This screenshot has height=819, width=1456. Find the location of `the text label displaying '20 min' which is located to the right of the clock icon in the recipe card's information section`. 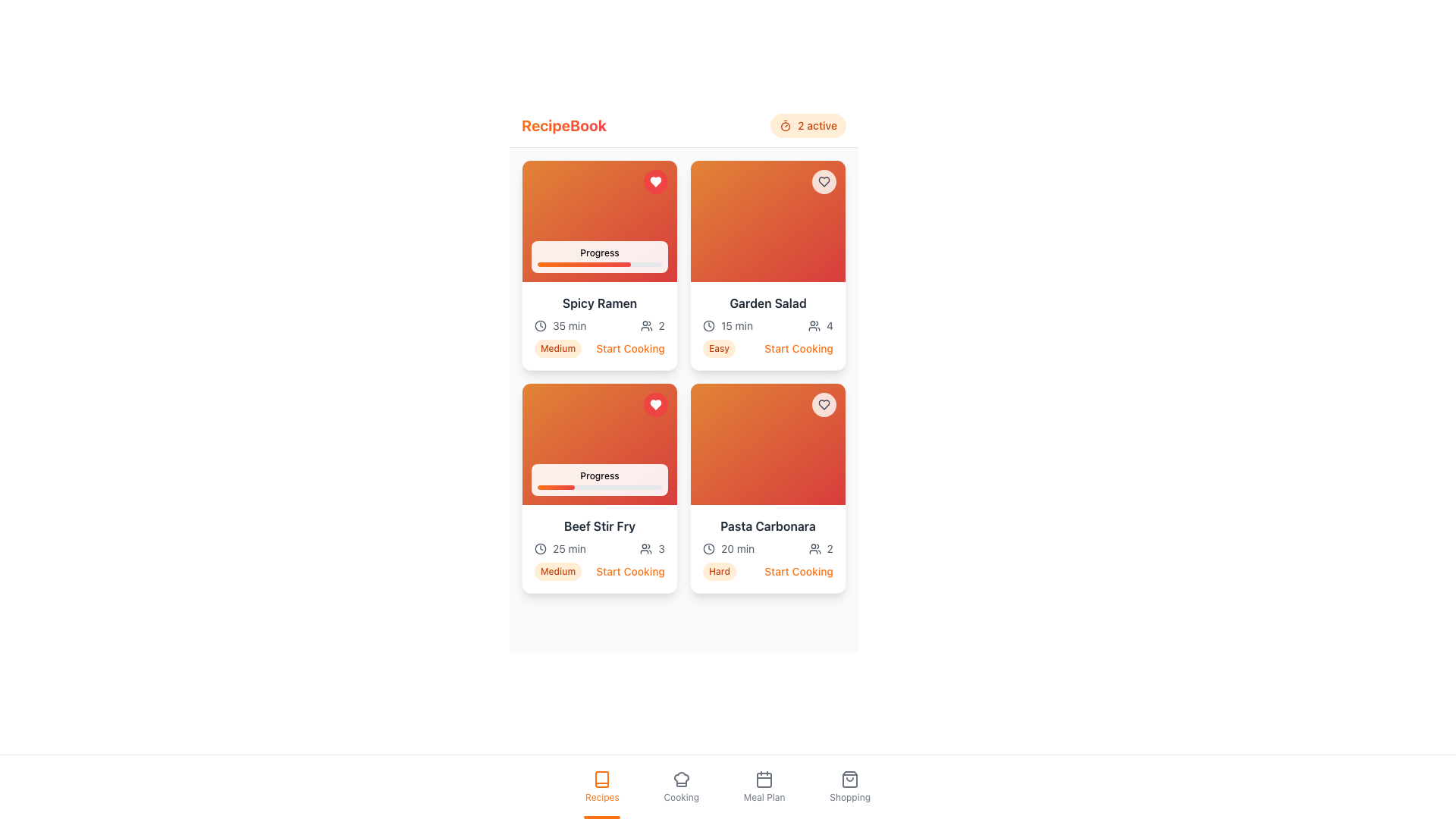

the text label displaying '20 min' which is located to the right of the clock icon in the recipe card's information section is located at coordinates (738, 549).